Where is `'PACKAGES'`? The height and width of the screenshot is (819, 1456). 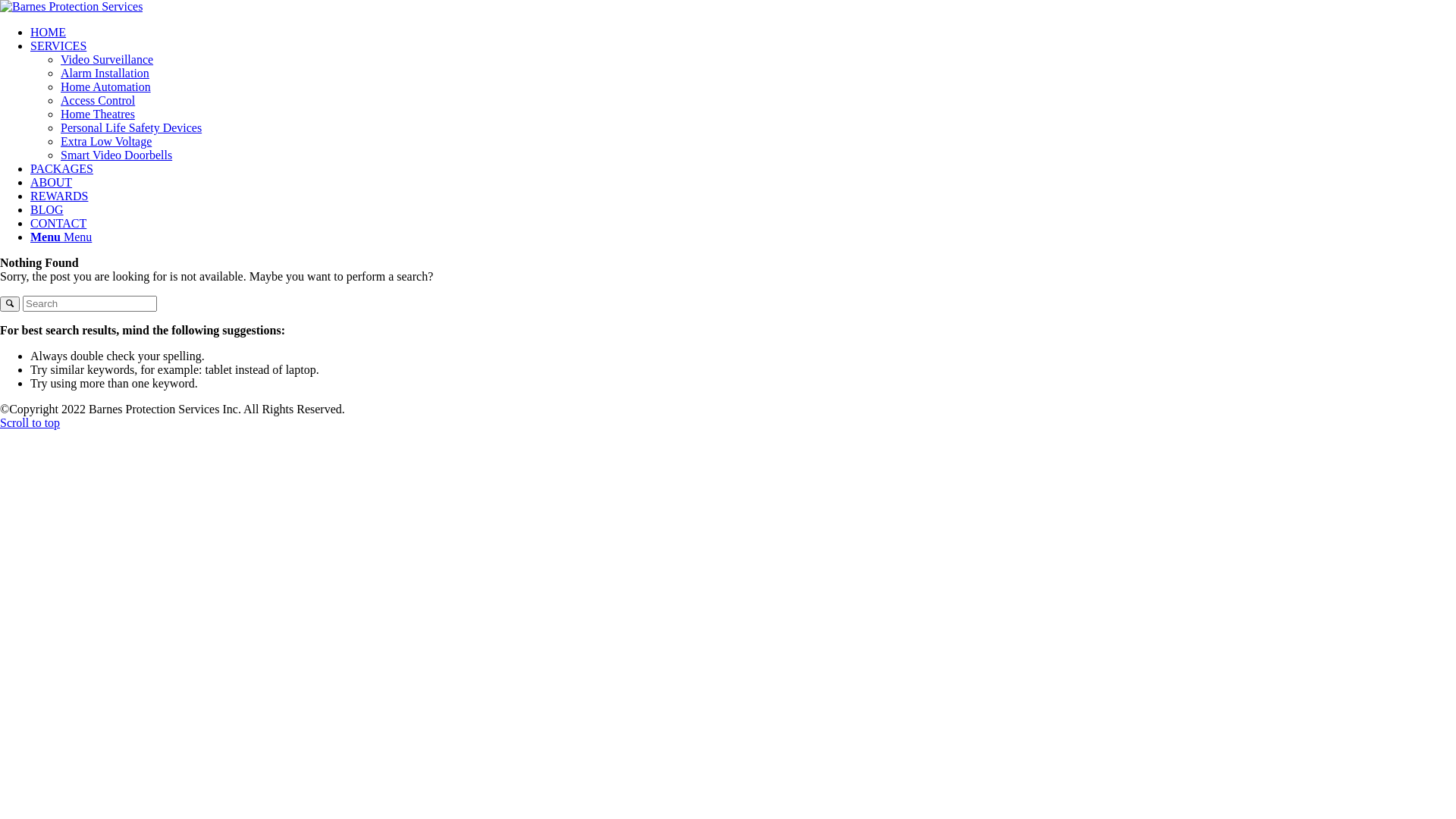
'PACKAGES' is located at coordinates (61, 168).